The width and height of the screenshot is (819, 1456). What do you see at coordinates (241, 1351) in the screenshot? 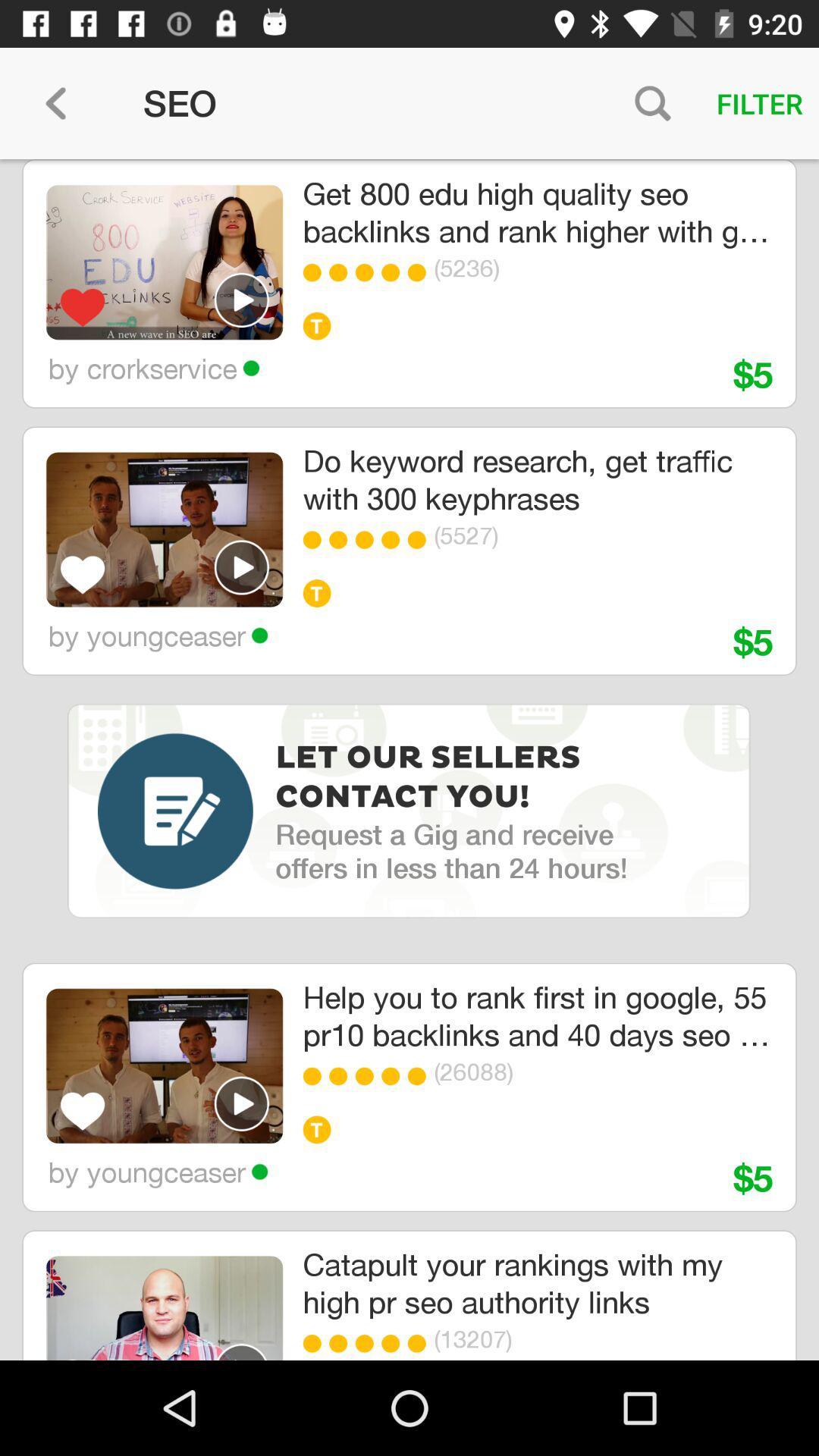
I see `this video` at bounding box center [241, 1351].